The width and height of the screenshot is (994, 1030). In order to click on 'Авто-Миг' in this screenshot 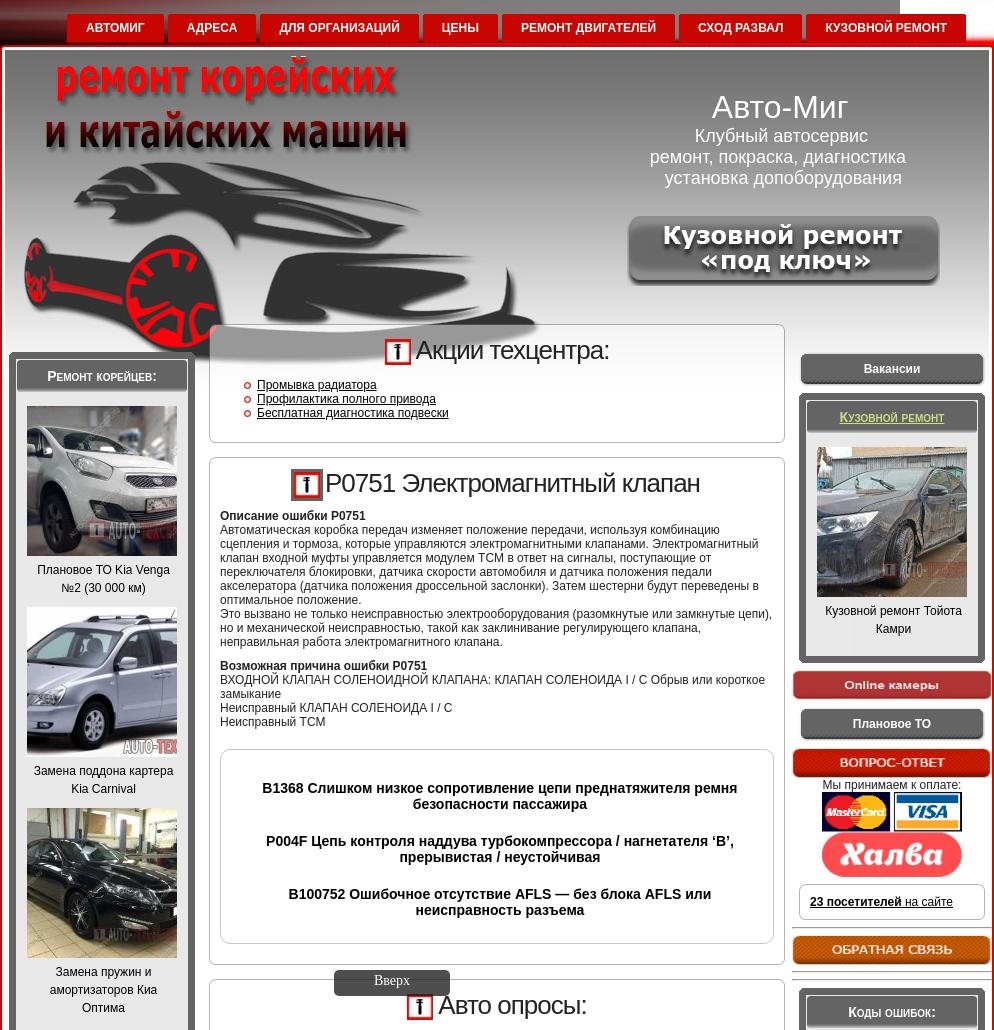, I will do `click(778, 106)`.